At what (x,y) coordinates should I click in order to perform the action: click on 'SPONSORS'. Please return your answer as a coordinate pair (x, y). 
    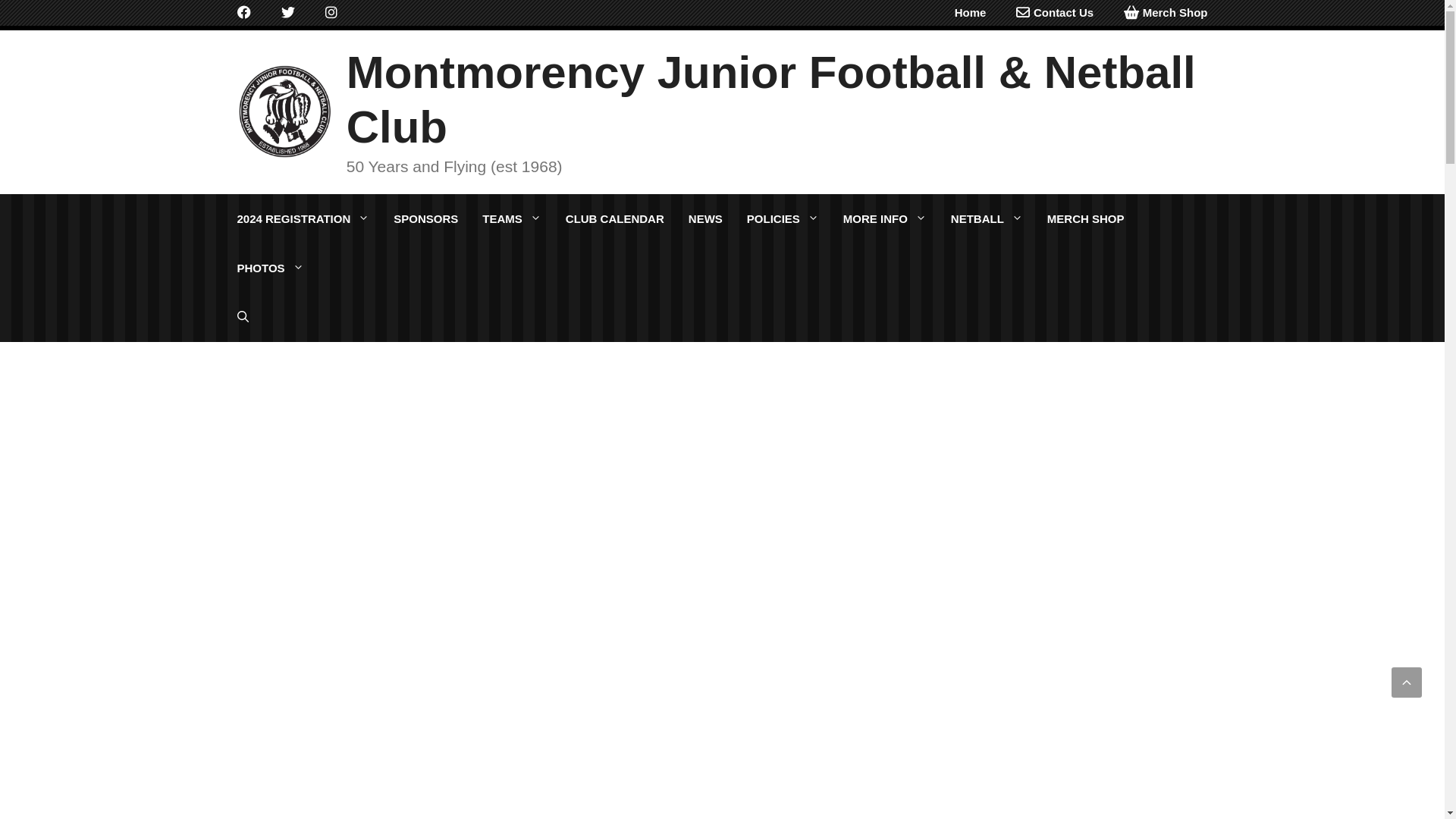
    Looking at the image, I should click on (425, 218).